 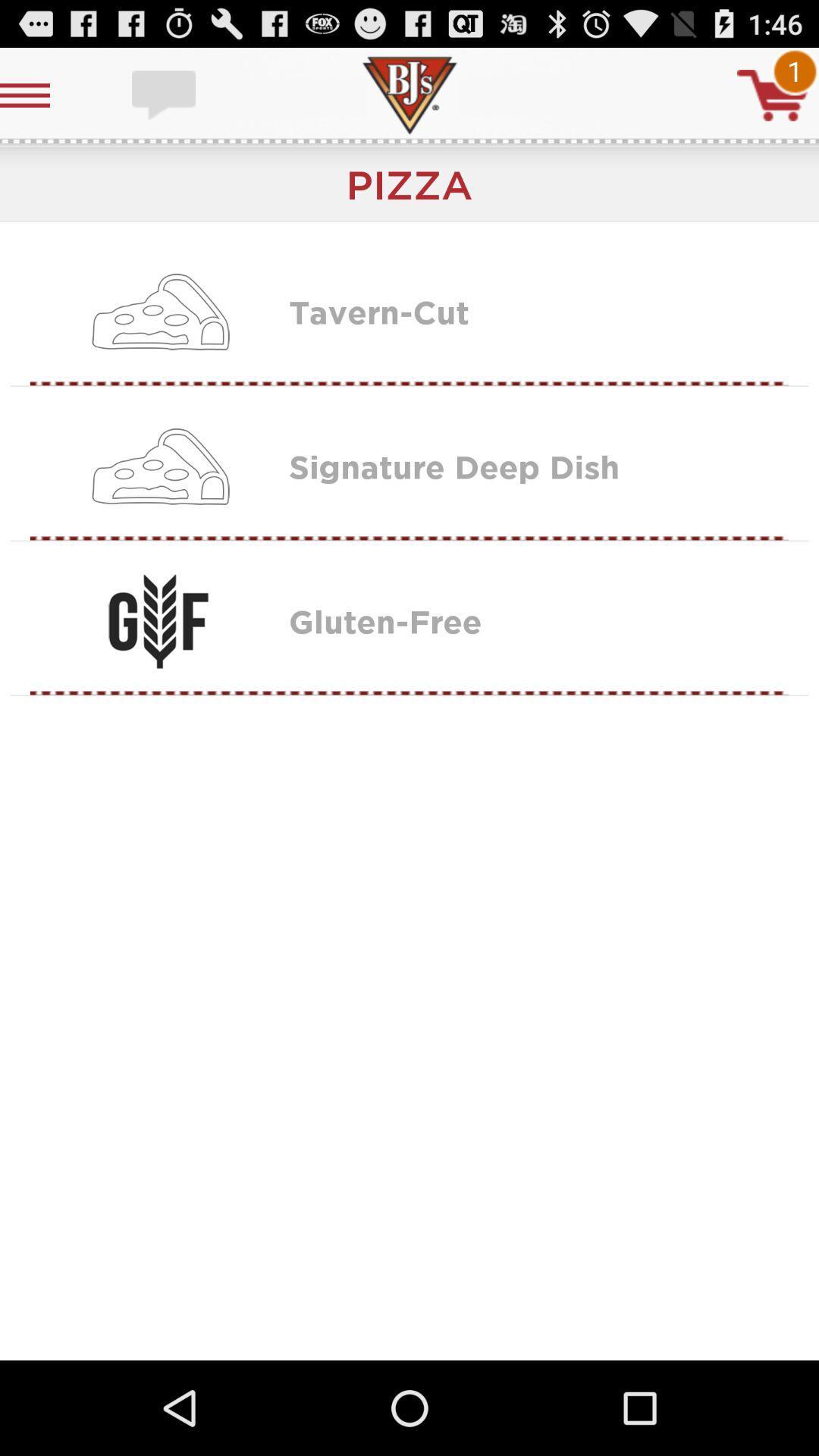 I want to click on cart, so click(x=773, y=94).